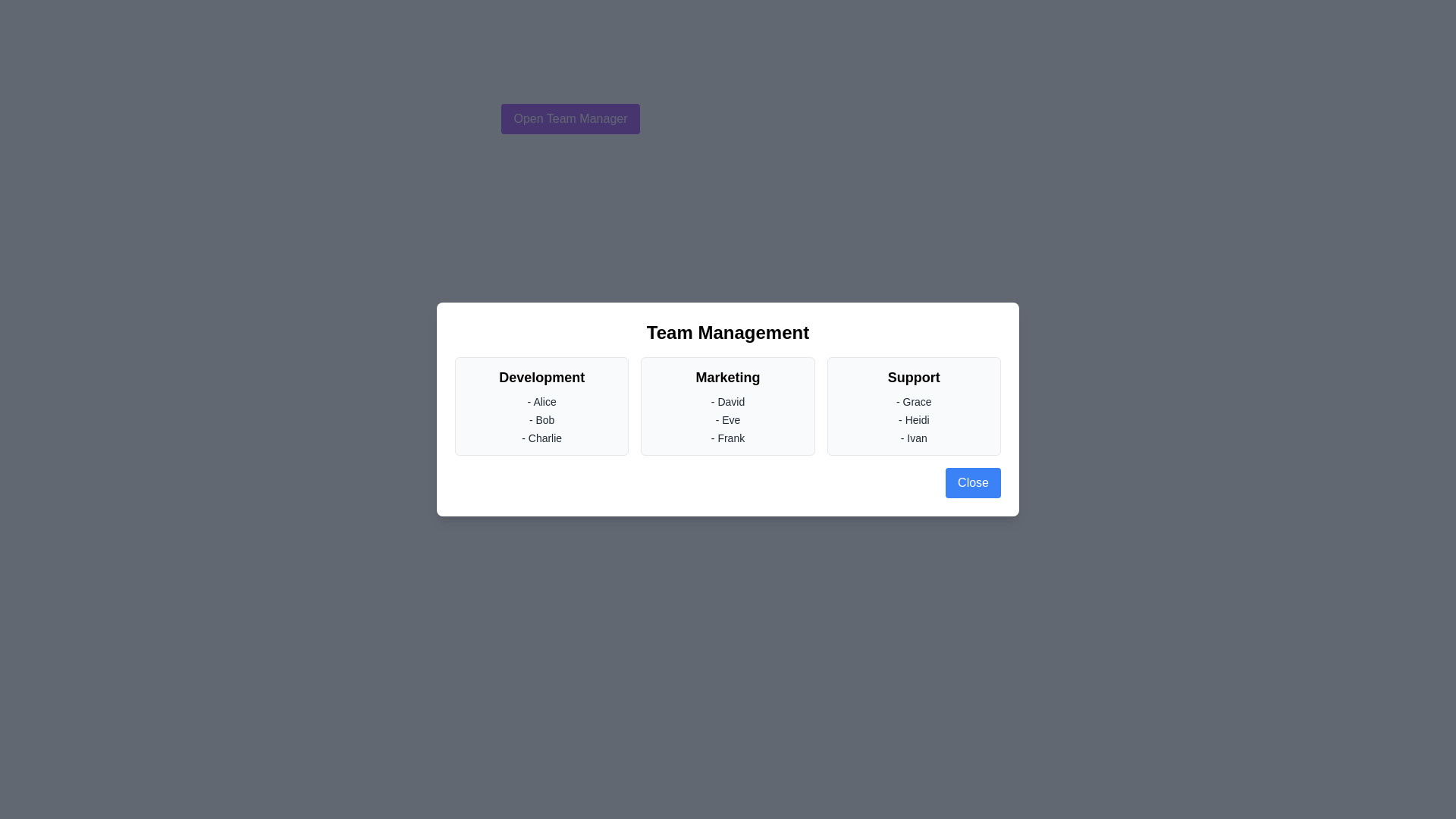 The height and width of the screenshot is (819, 1456). What do you see at coordinates (541, 406) in the screenshot?
I see `the Development section to interact with it` at bounding box center [541, 406].